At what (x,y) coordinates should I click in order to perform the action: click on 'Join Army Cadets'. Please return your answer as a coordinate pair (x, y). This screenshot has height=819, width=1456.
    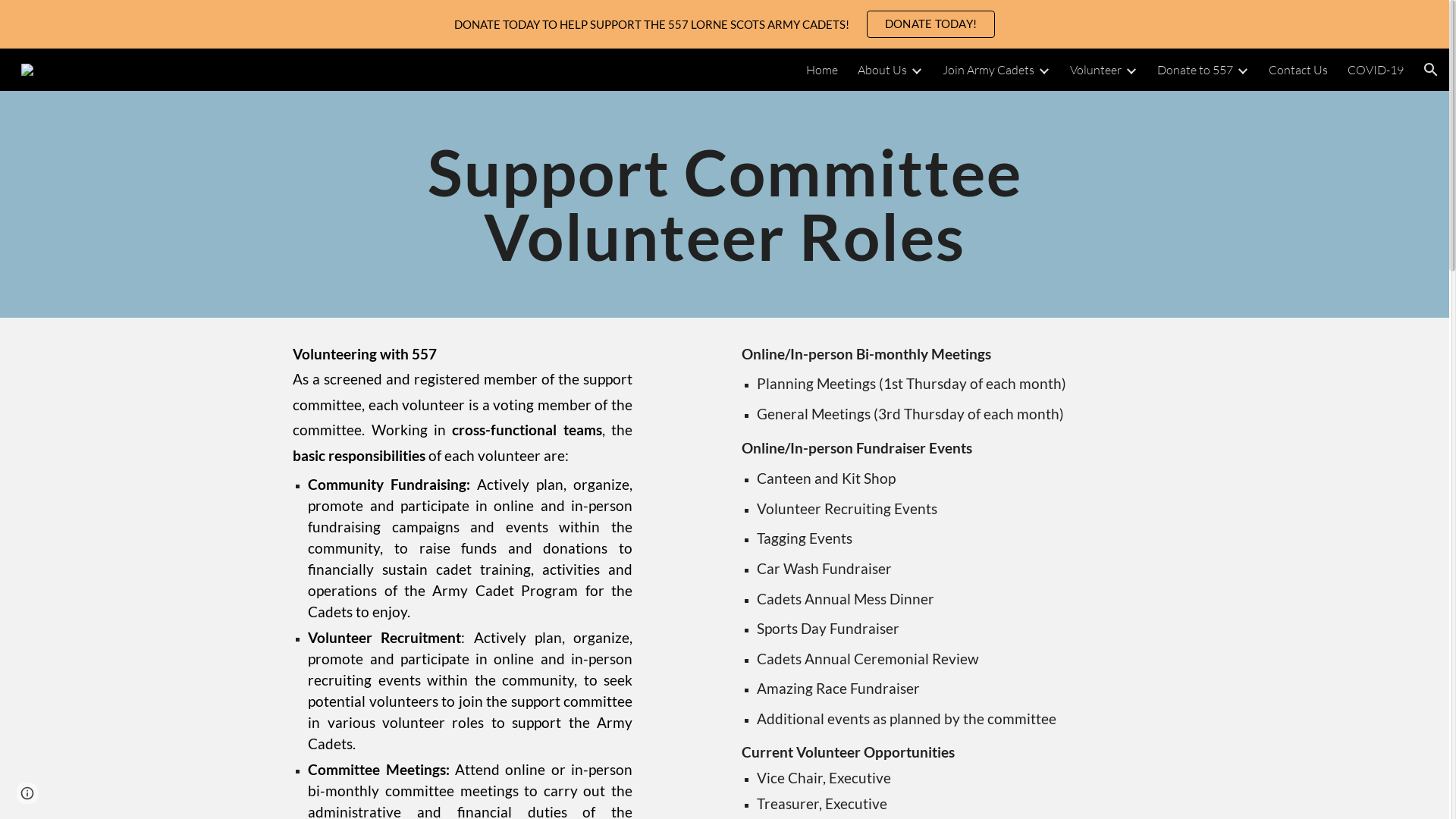
    Looking at the image, I should click on (988, 70).